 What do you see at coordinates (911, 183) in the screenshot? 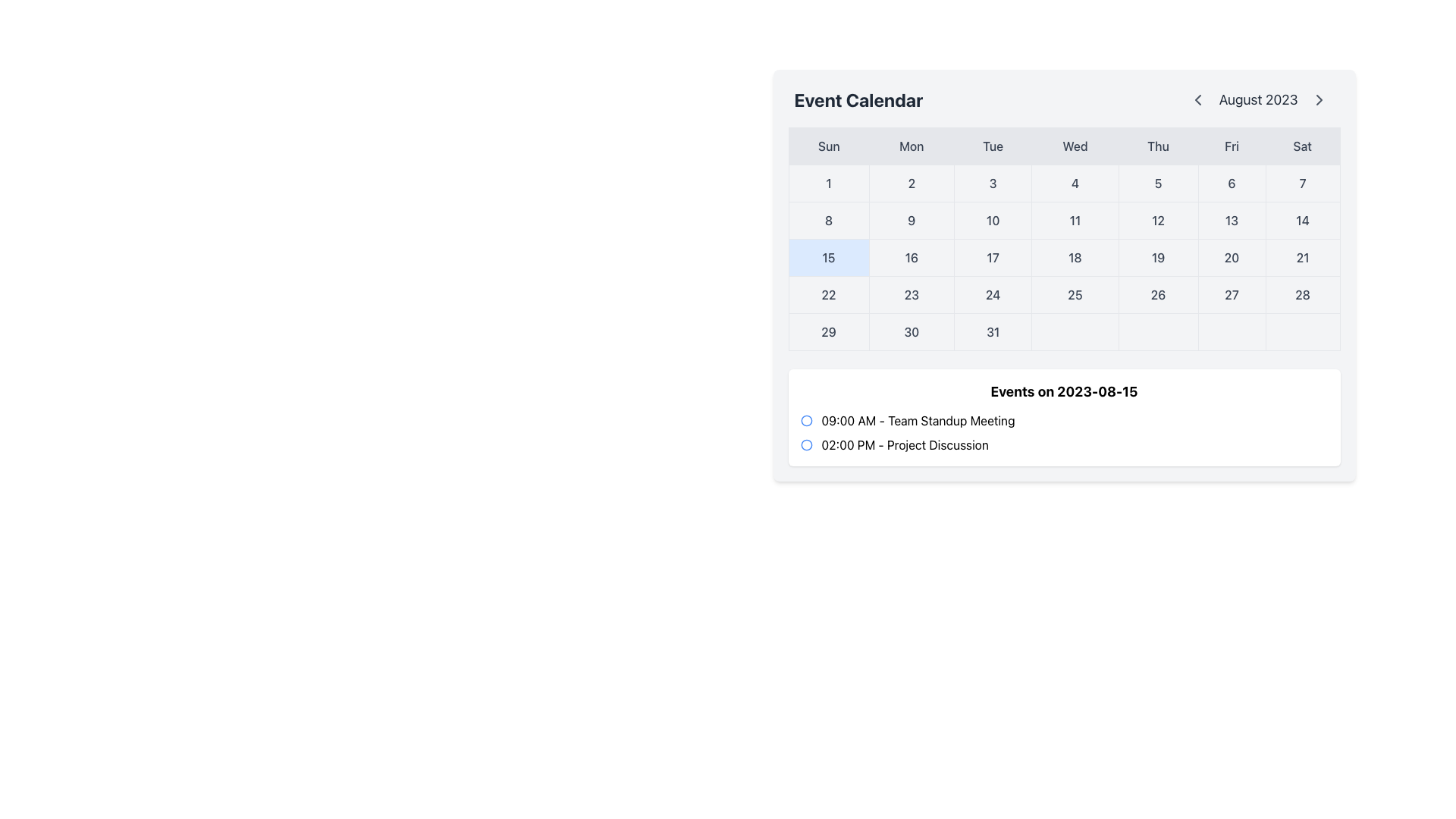
I see `the date indicator button for '2nd' in the calendar grid` at bounding box center [911, 183].